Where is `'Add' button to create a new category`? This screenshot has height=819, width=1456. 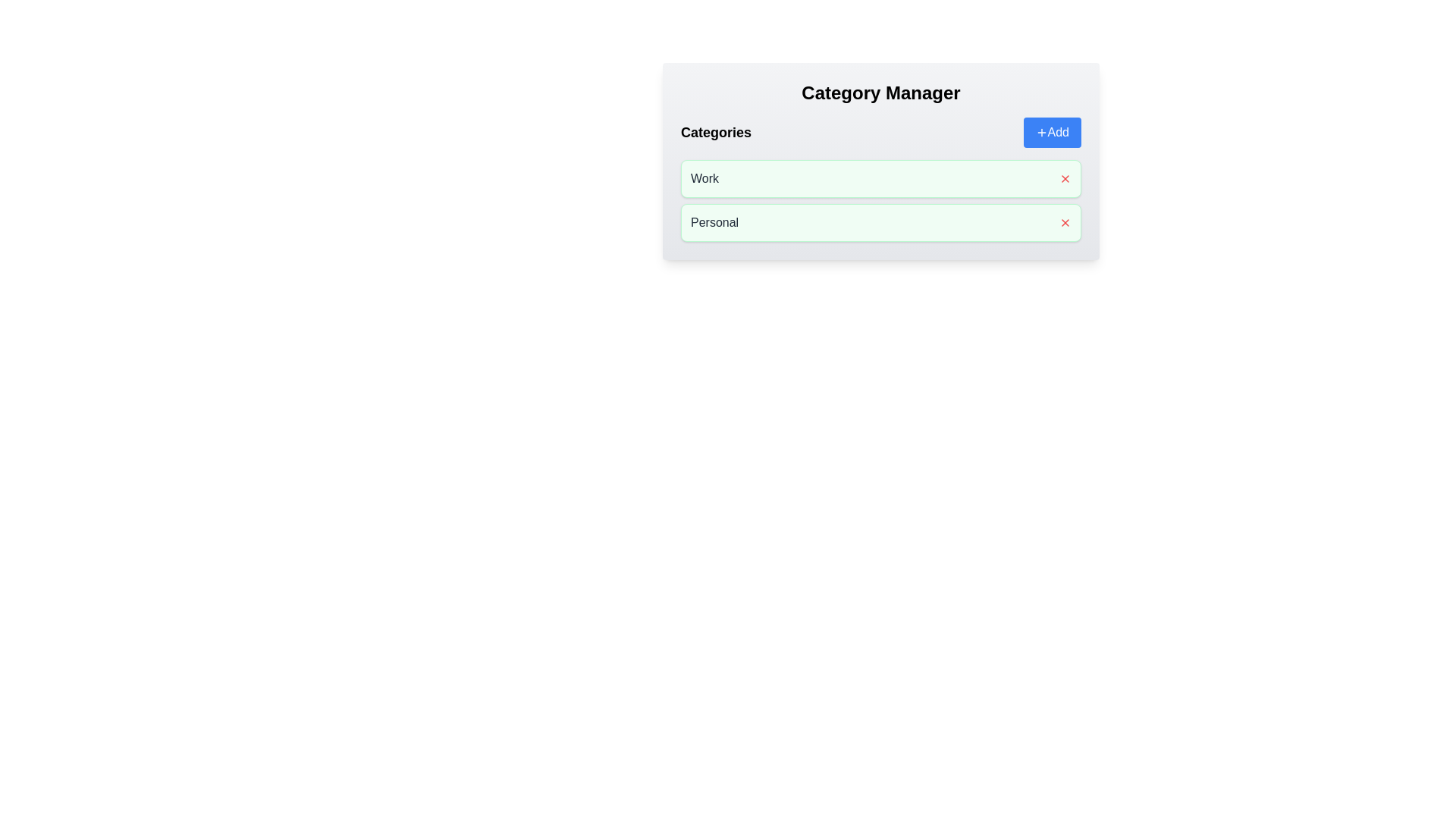 'Add' button to create a new category is located at coordinates (1051, 131).